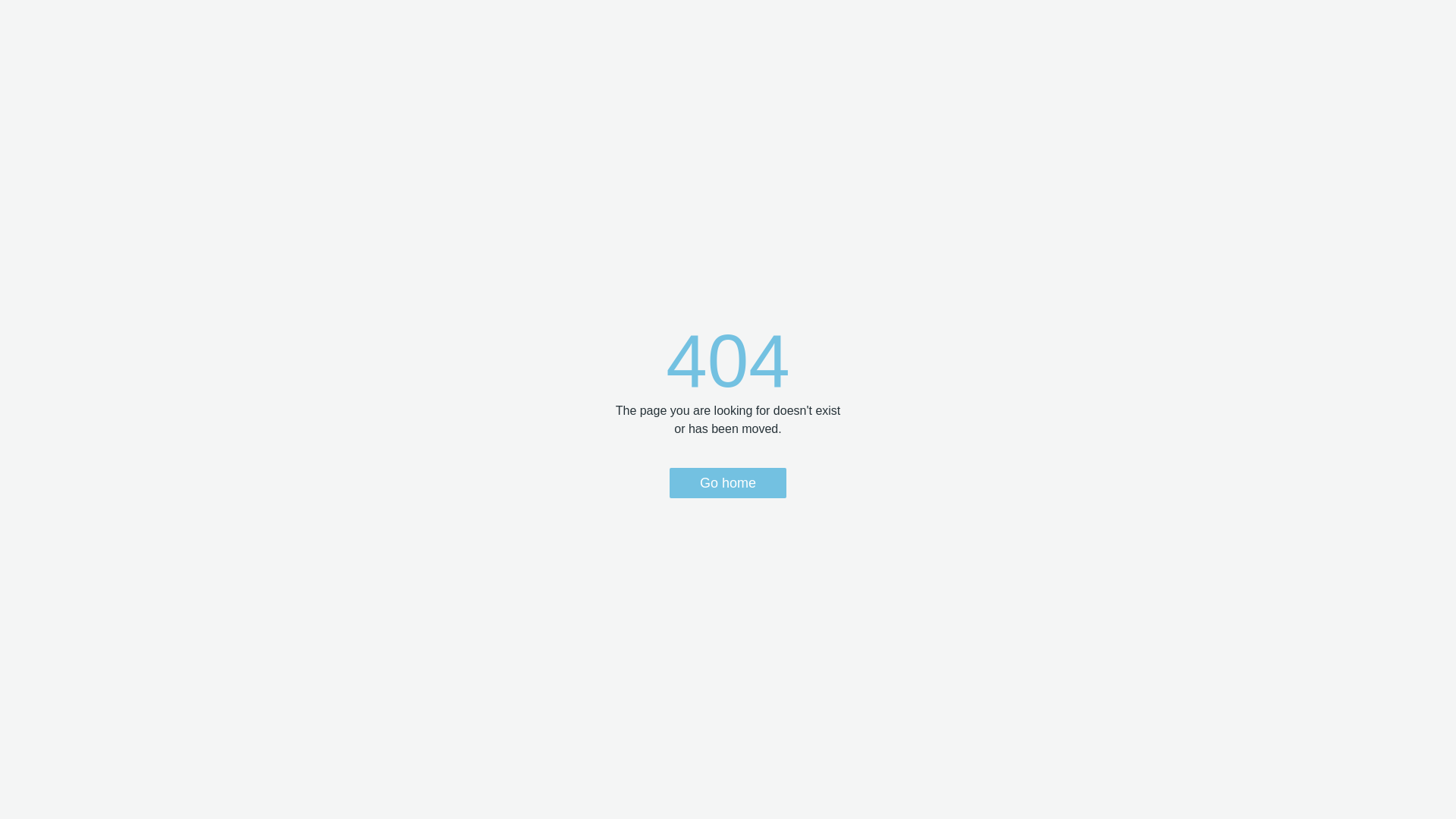  Describe the element at coordinates (728, 482) in the screenshot. I see `'Go home'` at that location.